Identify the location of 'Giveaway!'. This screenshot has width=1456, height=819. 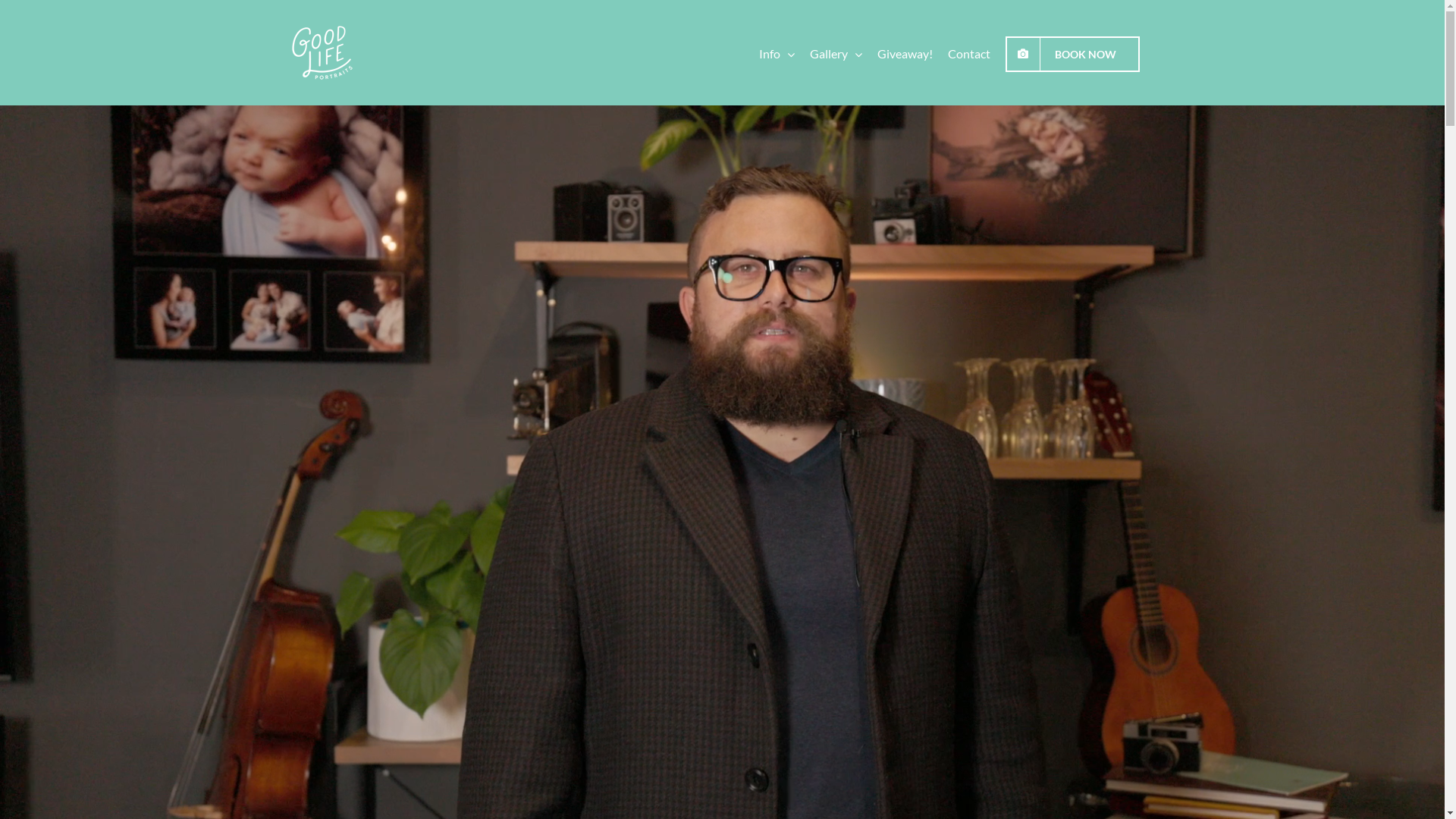
(904, 52).